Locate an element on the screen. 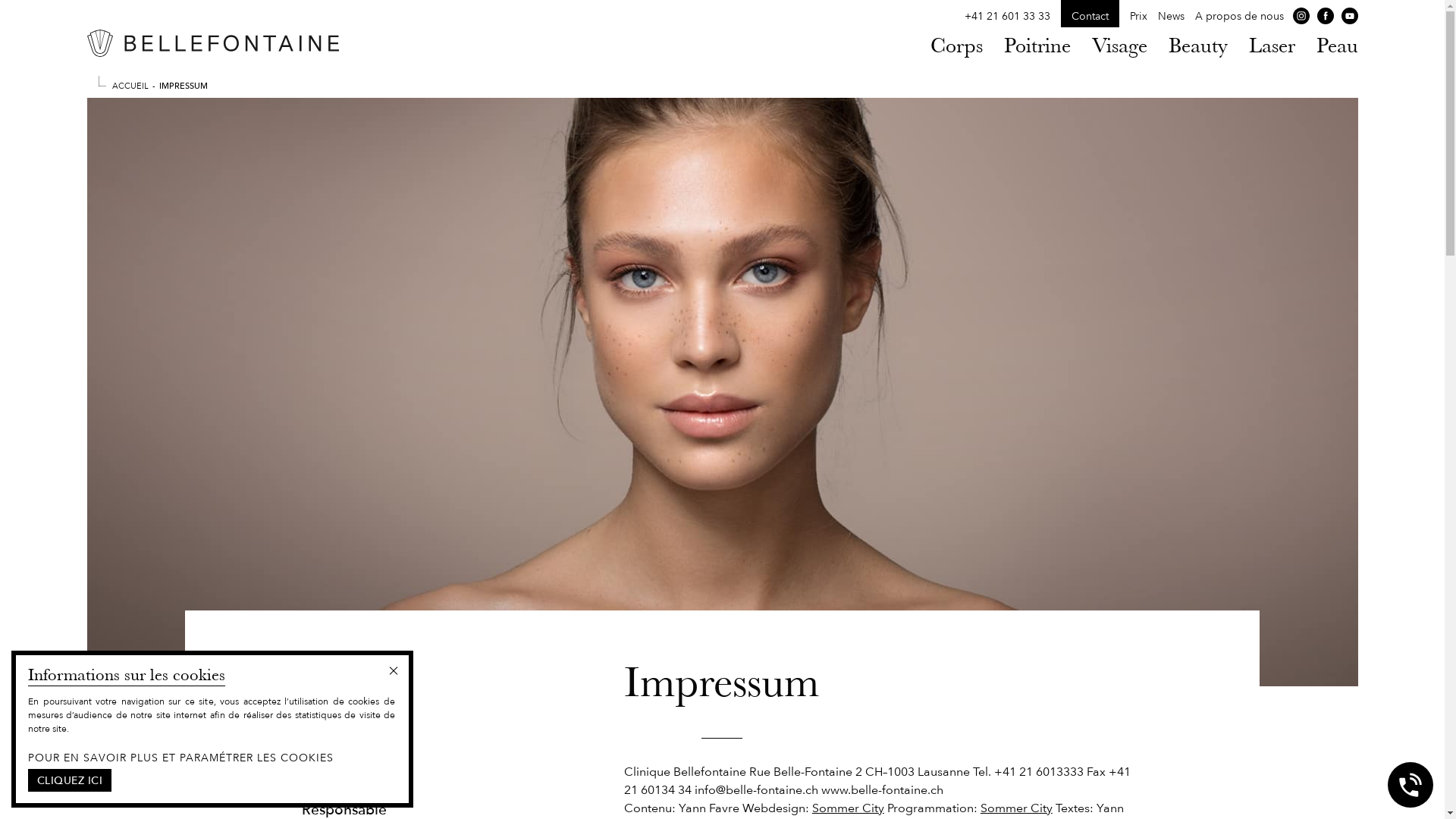 The image size is (1456, 819). 'Prix' is located at coordinates (1138, 16).